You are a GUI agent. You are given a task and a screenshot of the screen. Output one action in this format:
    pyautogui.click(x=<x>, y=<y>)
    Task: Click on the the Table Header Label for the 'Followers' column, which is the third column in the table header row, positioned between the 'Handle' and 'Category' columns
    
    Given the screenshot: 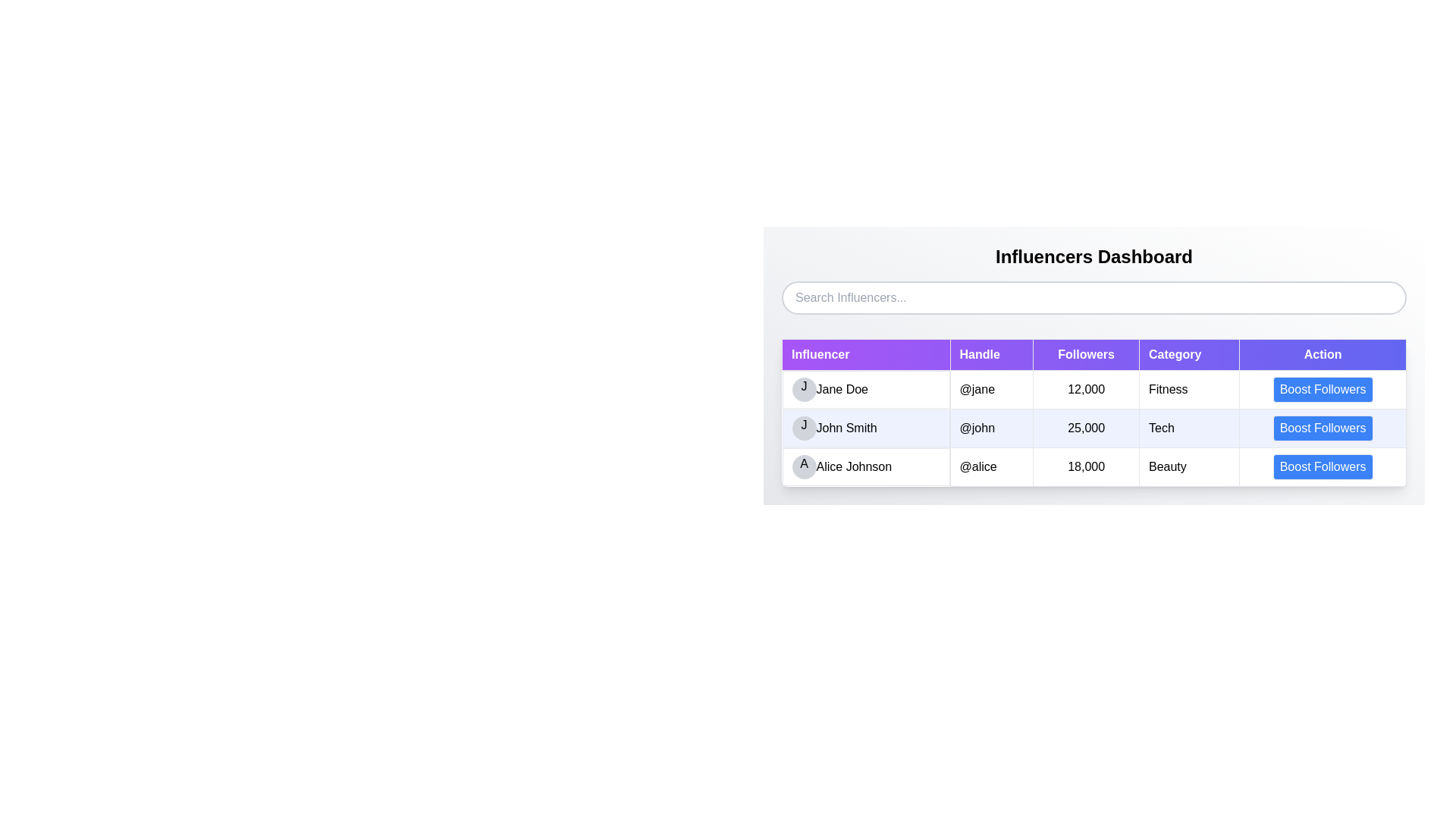 What is the action you would take?
    pyautogui.click(x=1085, y=354)
    